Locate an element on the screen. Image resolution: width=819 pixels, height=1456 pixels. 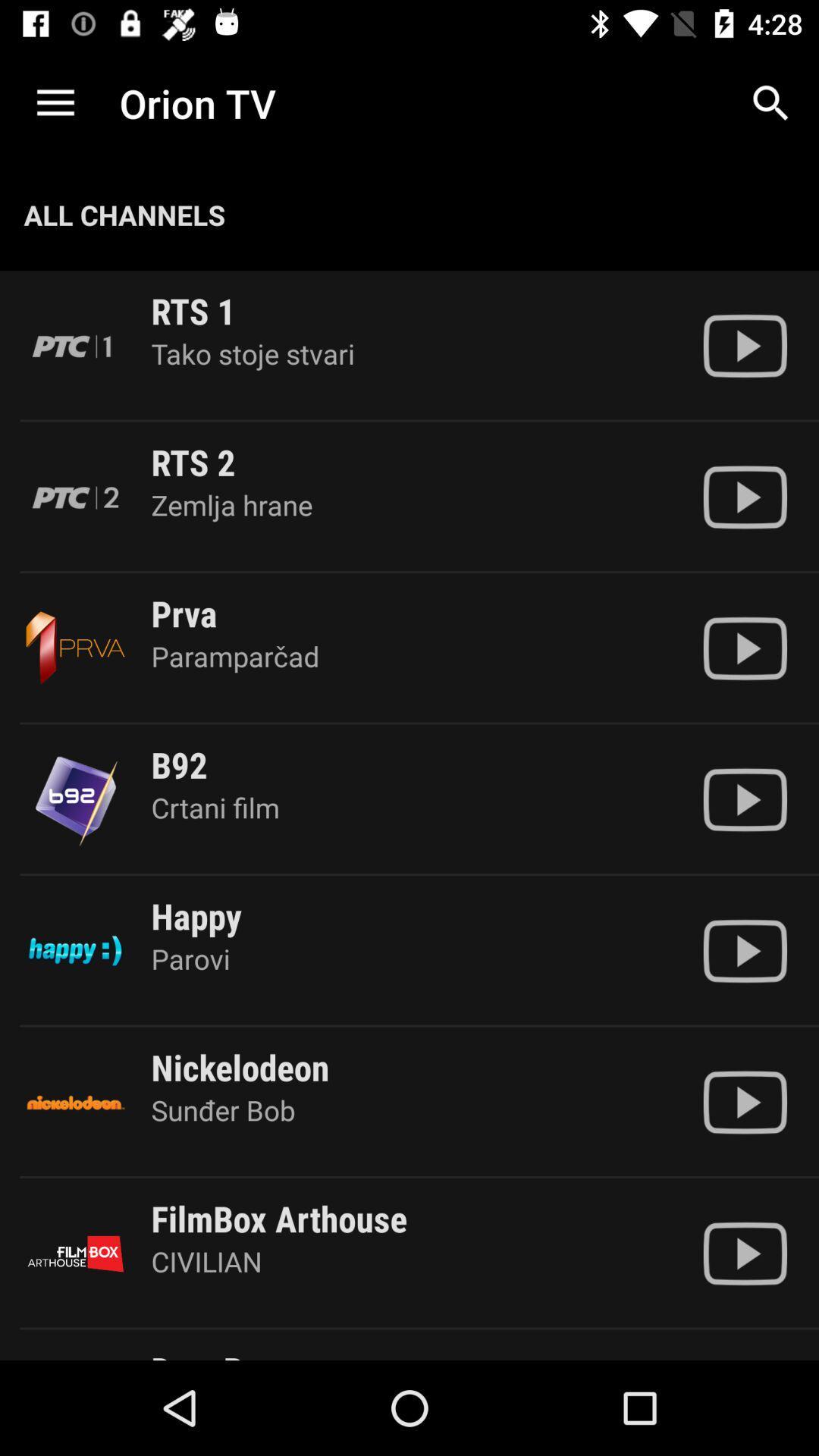
the icon above all channels is located at coordinates (55, 102).